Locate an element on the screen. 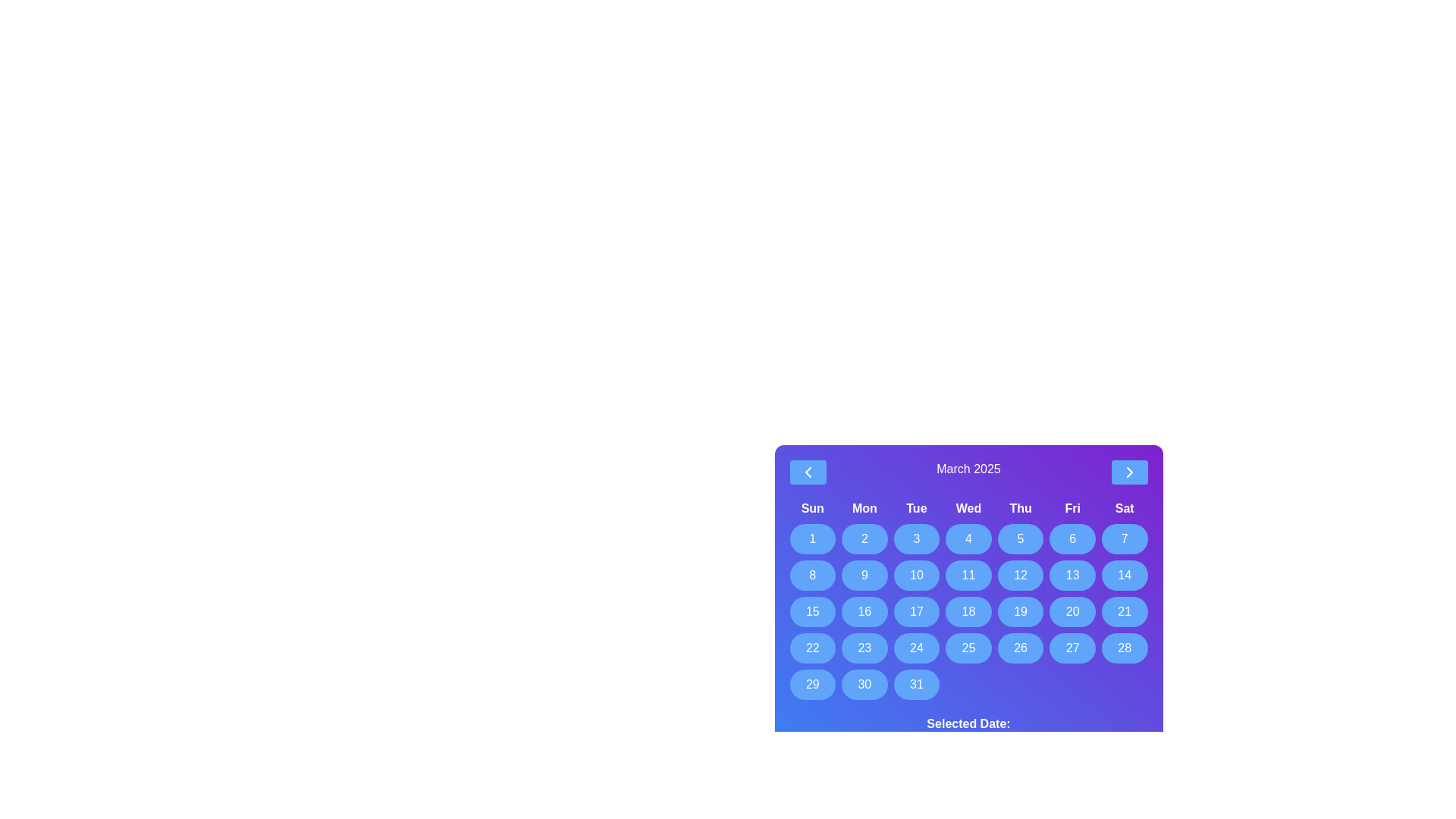 The image size is (1456, 819). the leftward-facing chevron icon within the circular button located at the top-left corner of the calendar interface is located at coordinates (807, 472).